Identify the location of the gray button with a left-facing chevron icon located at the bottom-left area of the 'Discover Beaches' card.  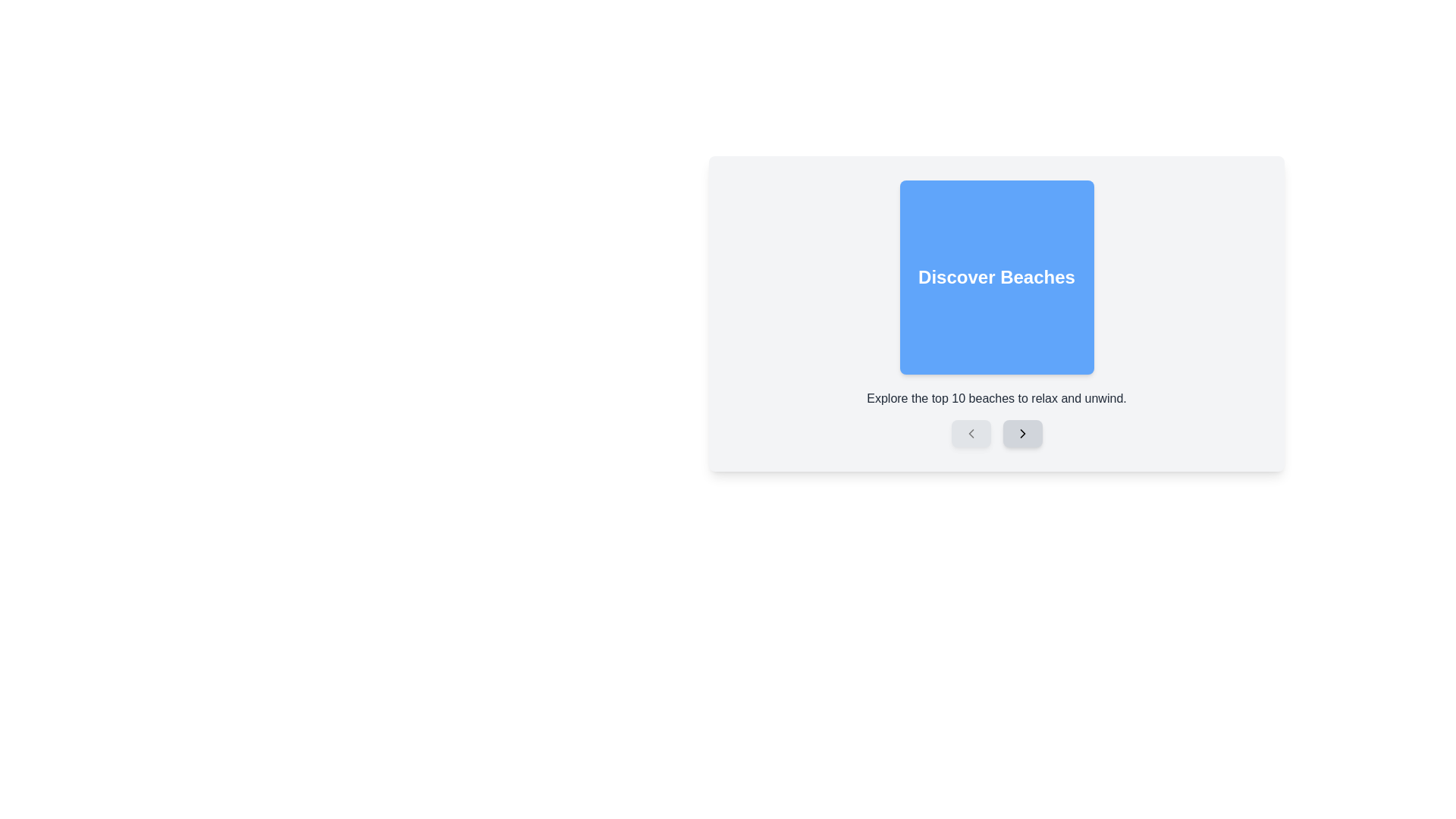
(971, 433).